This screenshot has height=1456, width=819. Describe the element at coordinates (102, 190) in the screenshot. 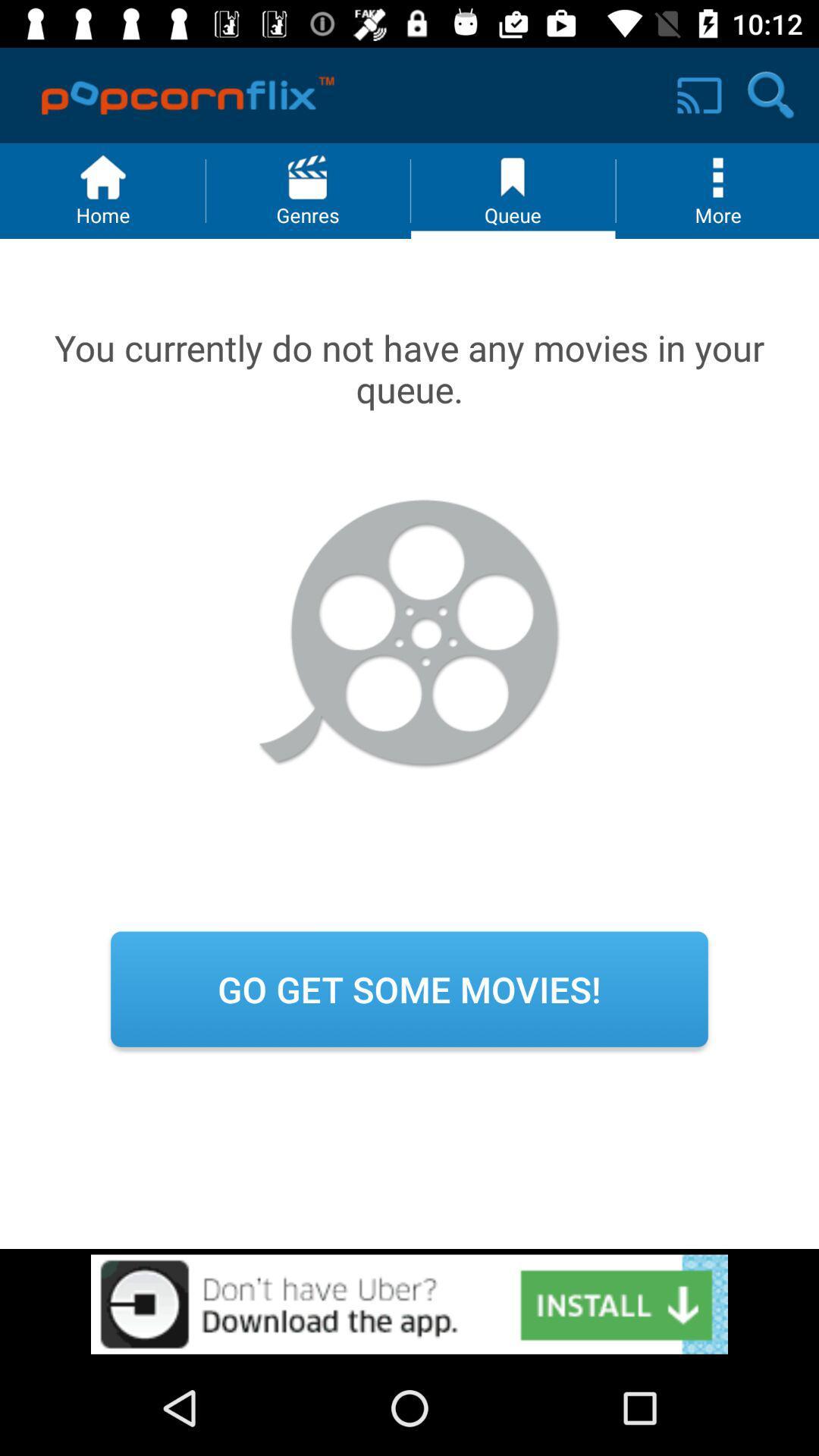

I see `on home button` at that location.